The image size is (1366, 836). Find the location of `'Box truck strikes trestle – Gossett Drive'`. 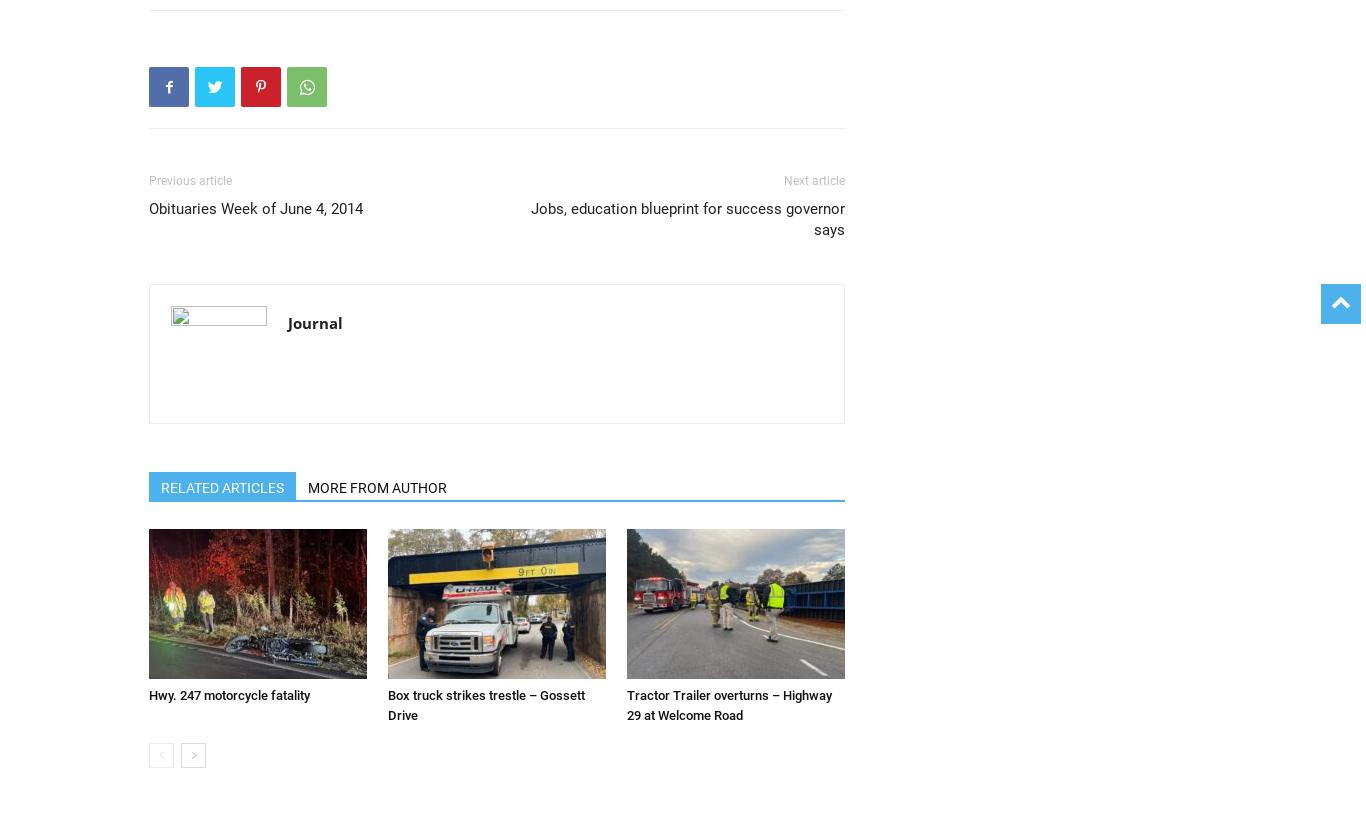

'Box truck strikes trestle – Gossett Drive' is located at coordinates (386, 705).